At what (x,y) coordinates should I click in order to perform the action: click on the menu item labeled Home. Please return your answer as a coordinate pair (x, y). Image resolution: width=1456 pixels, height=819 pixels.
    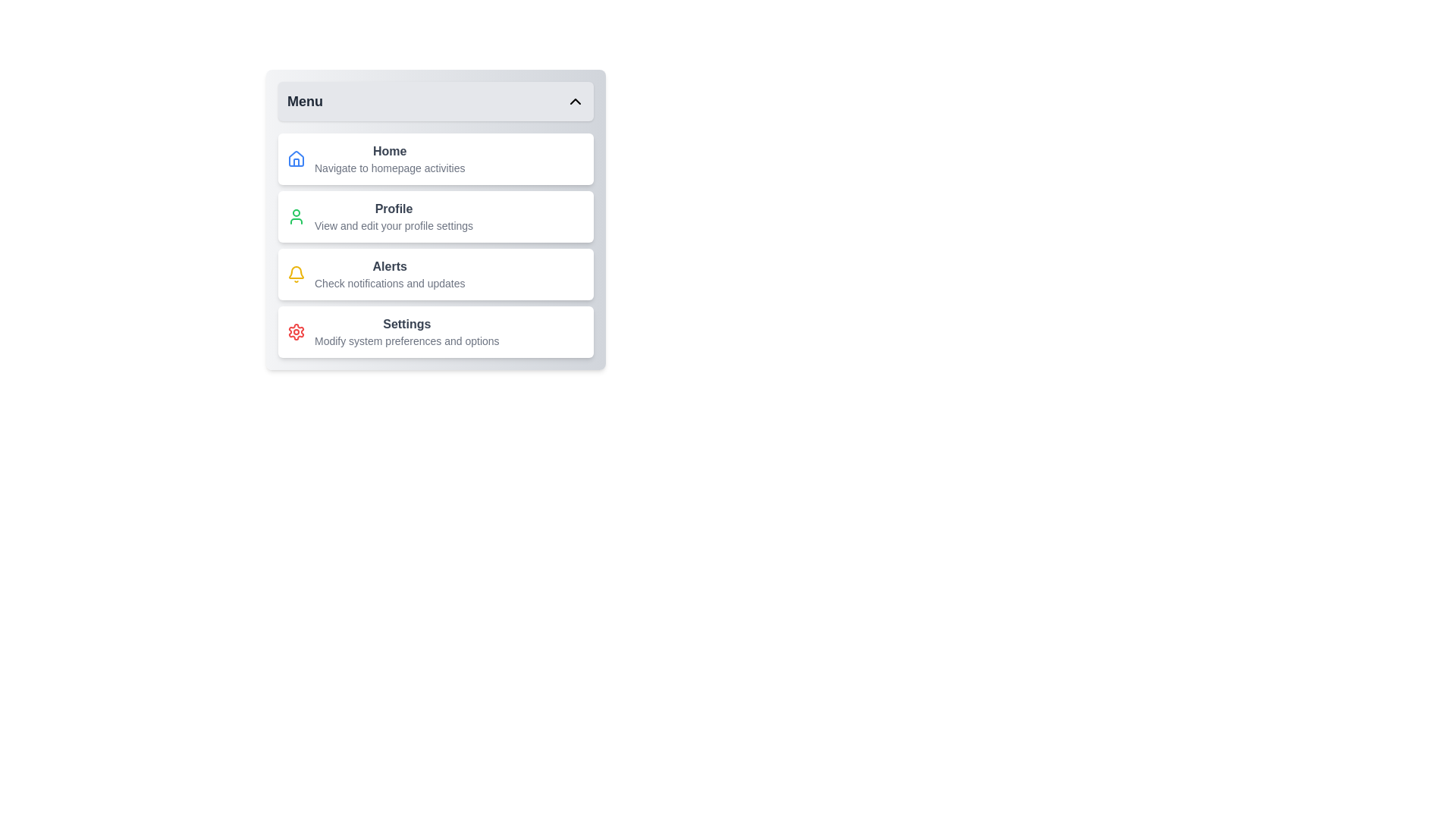
    Looking at the image, I should click on (435, 158).